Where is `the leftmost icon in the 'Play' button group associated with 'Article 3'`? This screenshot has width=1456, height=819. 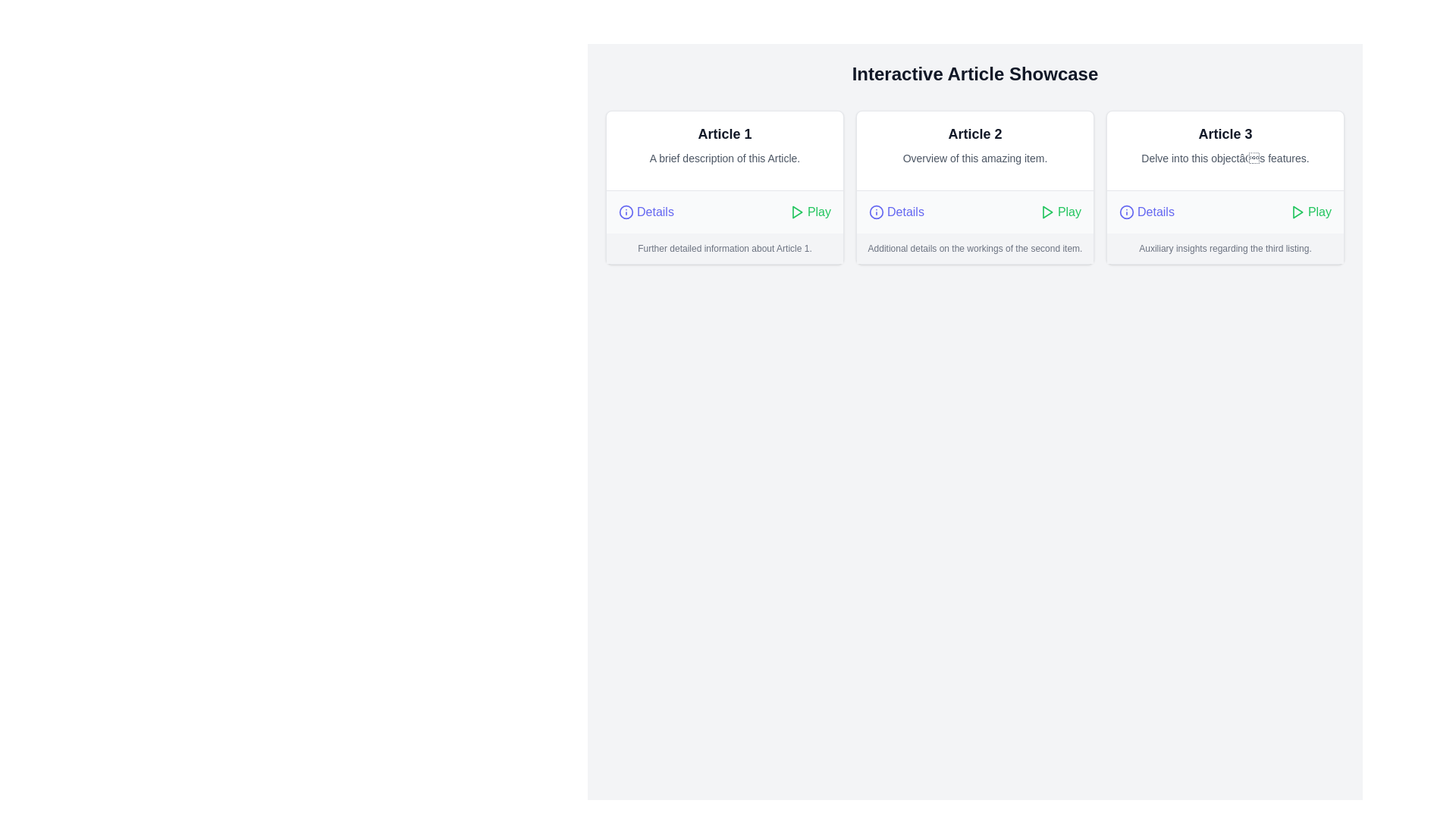 the leftmost icon in the 'Play' button group associated with 'Article 3' is located at coordinates (1296, 212).